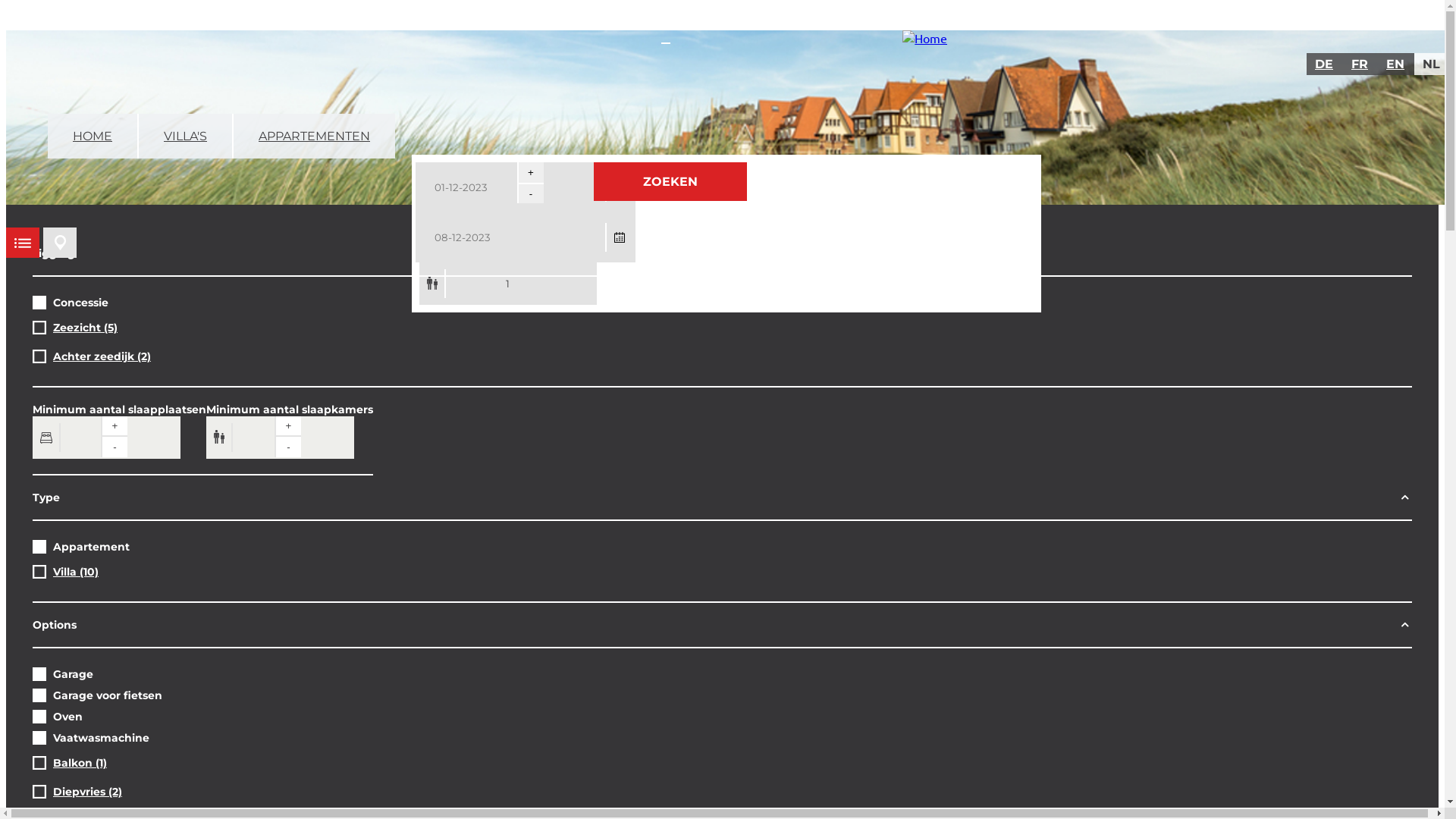 The width and height of the screenshot is (1456, 819). Describe the element at coordinates (1395, 63) in the screenshot. I see `'EN'` at that location.